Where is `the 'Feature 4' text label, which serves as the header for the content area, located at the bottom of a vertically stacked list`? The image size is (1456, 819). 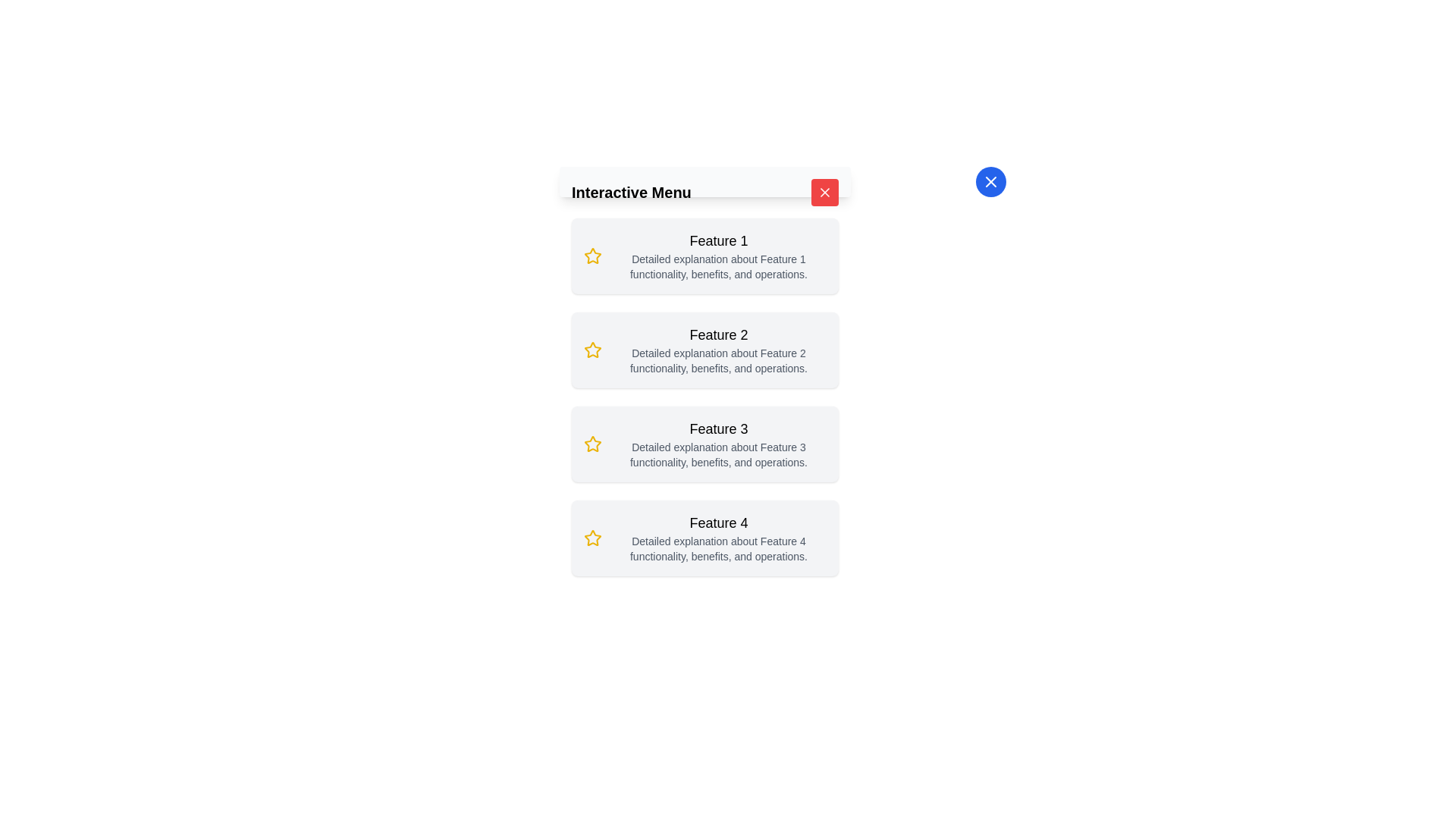
the 'Feature 4' text label, which serves as the header for the content area, located at the bottom of a vertically stacked list is located at coordinates (718, 522).